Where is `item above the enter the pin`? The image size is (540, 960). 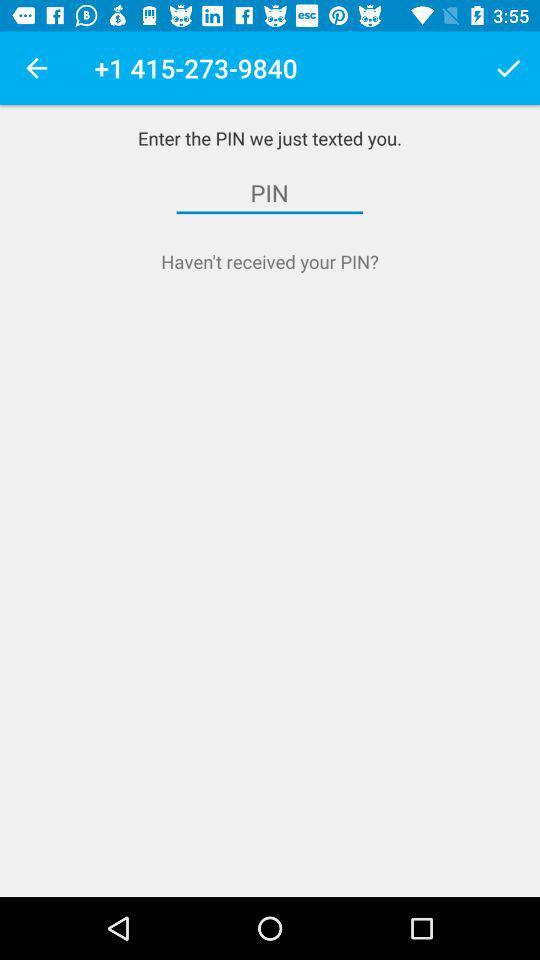 item above the enter the pin is located at coordinates (508, 68).